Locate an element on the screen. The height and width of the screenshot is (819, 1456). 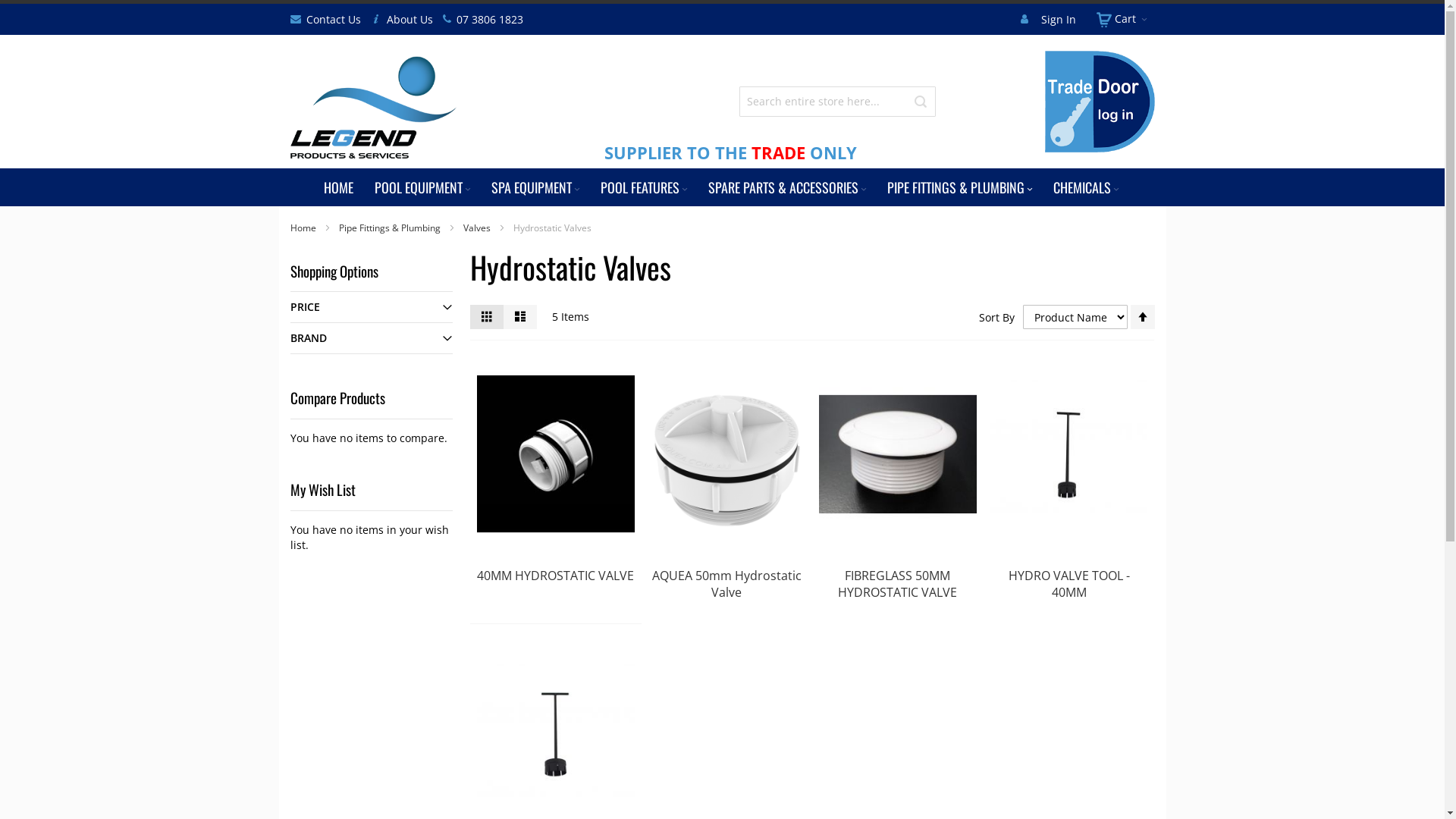
'Contact Us' is located at coordinates (331, 20).